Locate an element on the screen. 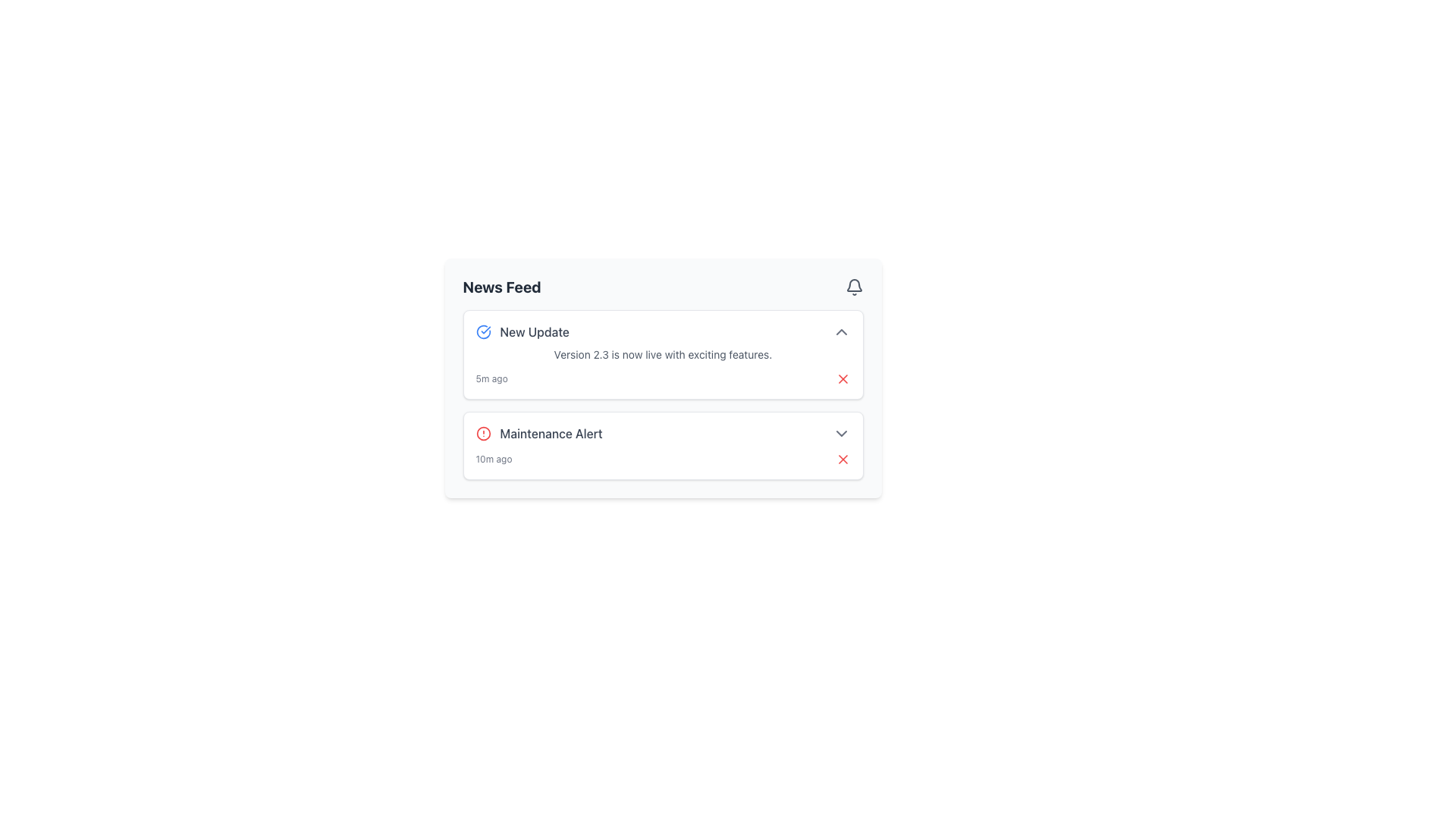 The height and width of the screenshot is (819, 1456). the bell-shaped icon with a thin outline located is located at coordinates (854, 287).